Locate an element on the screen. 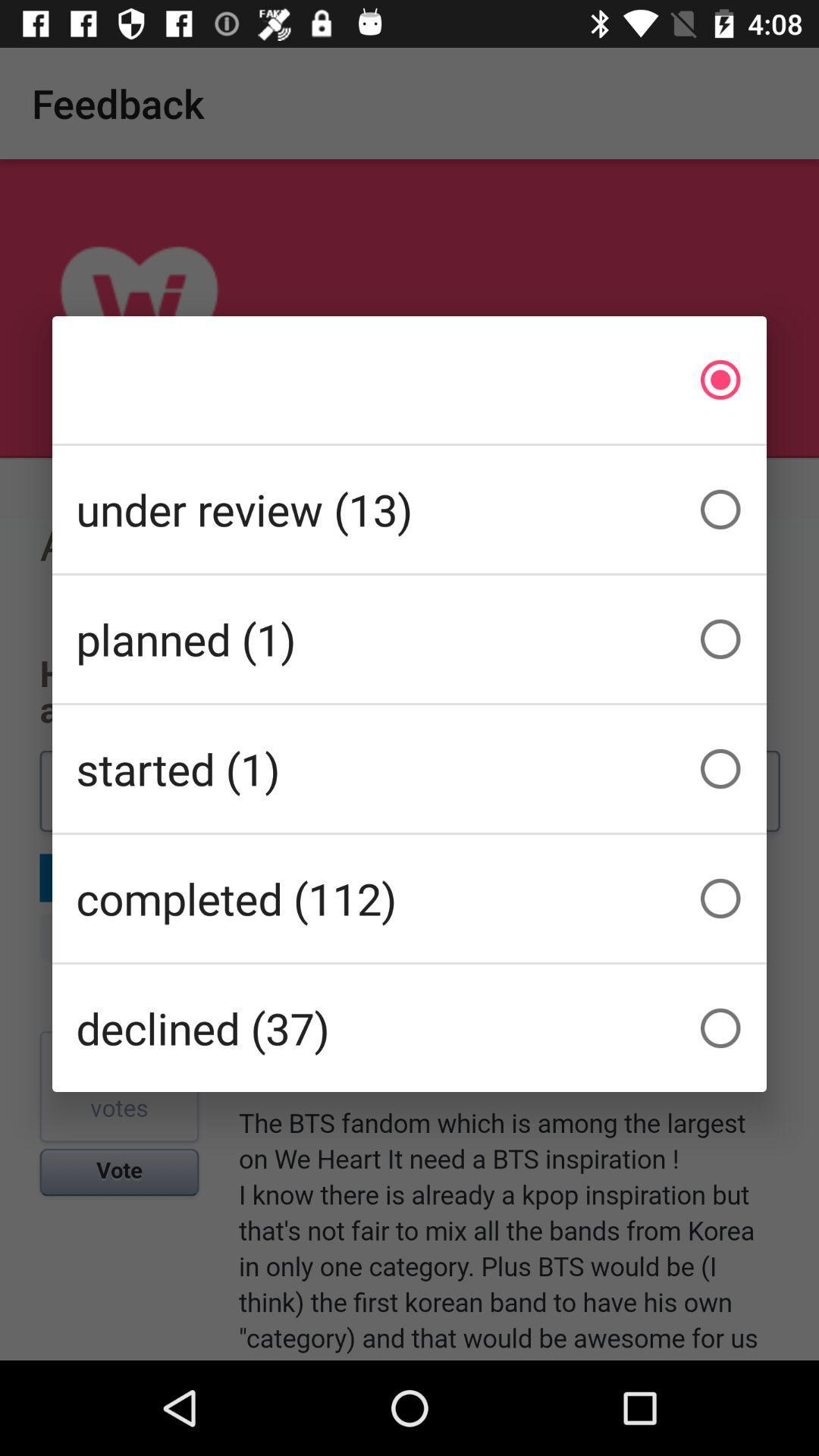  the declined (37) item is located at coordinates (409, 1028).